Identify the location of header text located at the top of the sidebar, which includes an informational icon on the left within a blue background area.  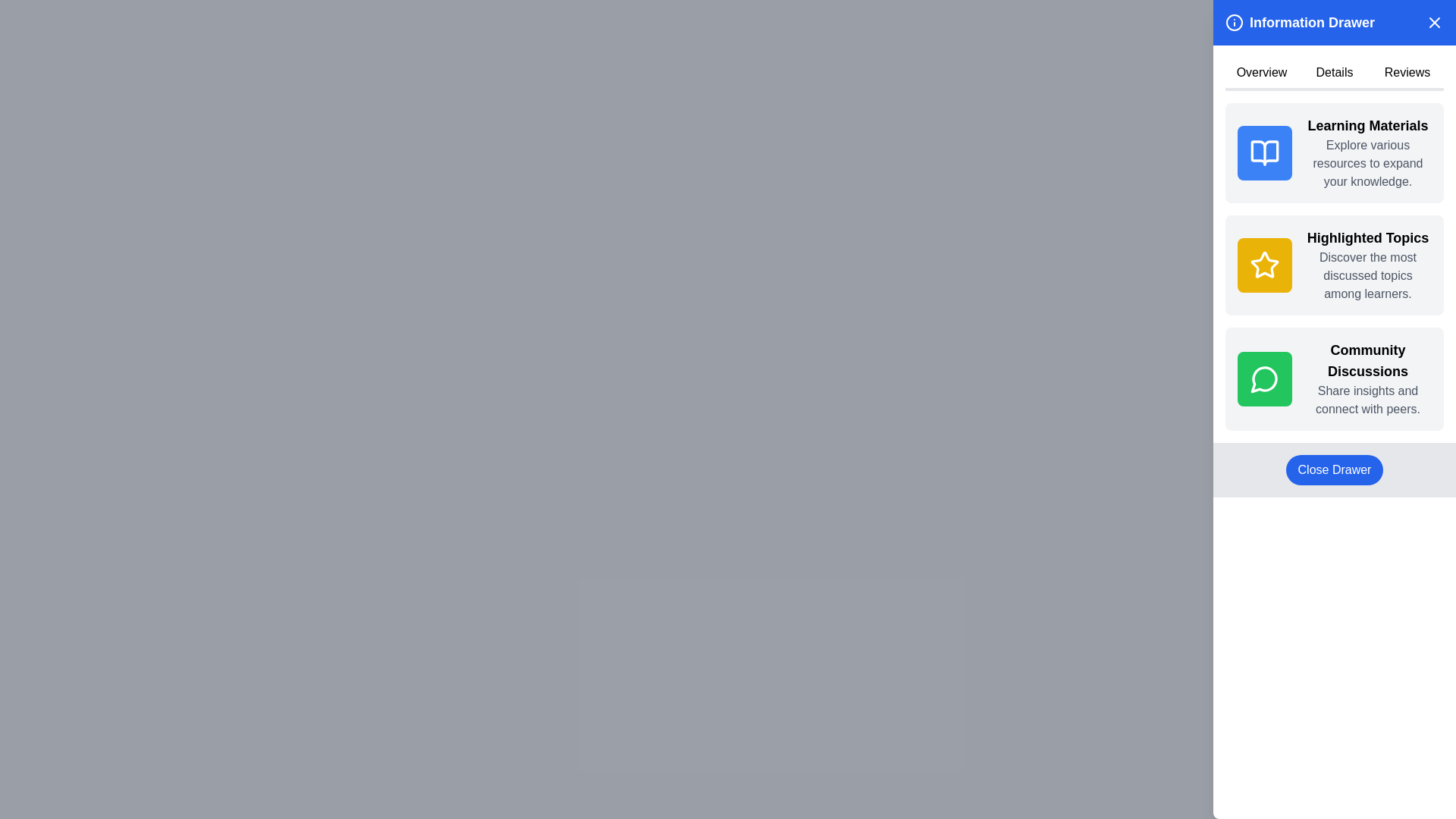
(1299, 23).